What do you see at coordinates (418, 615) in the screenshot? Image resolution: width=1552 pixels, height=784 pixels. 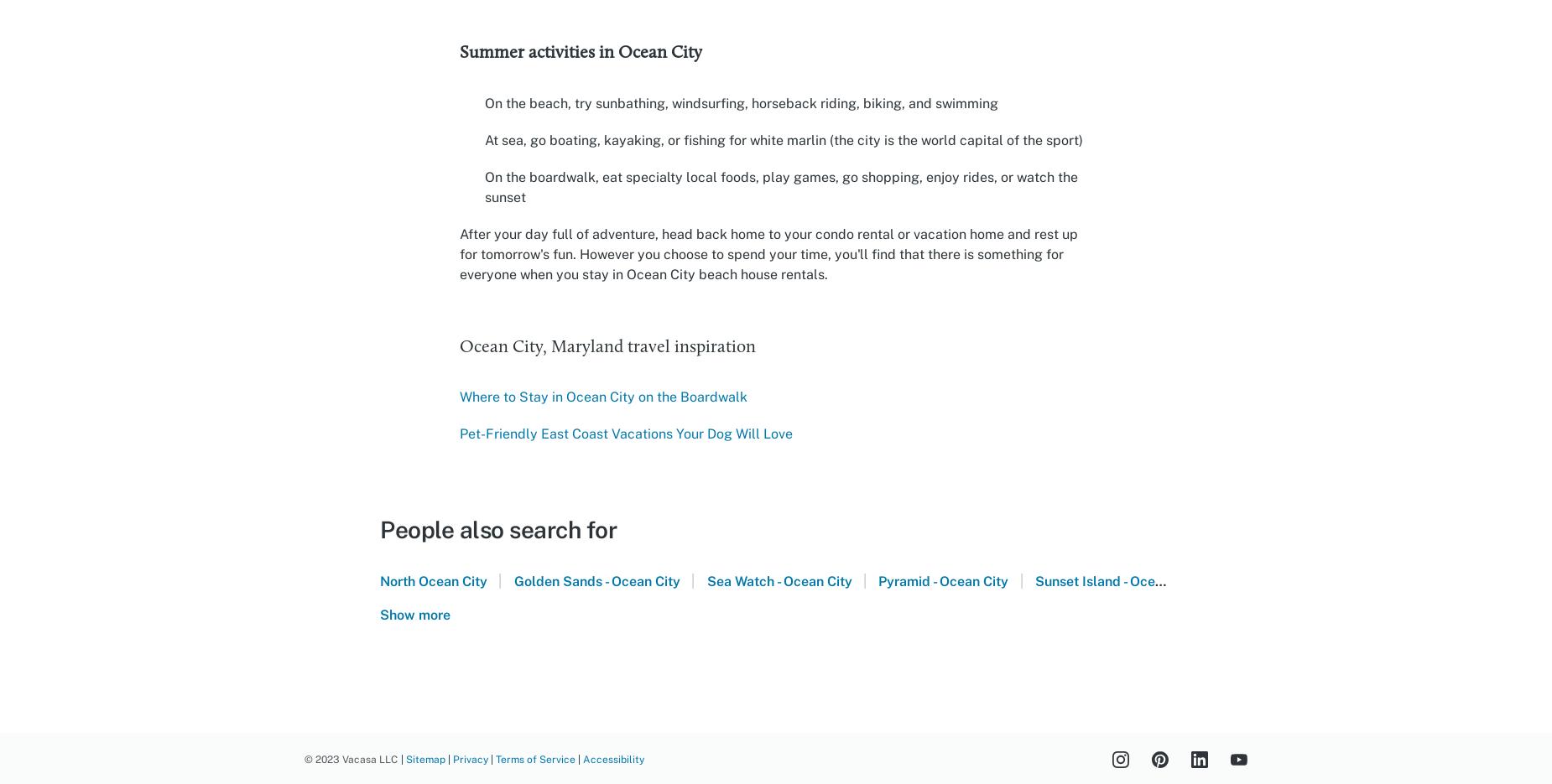 I see `'Show more'` at bounding box center [418, 615].